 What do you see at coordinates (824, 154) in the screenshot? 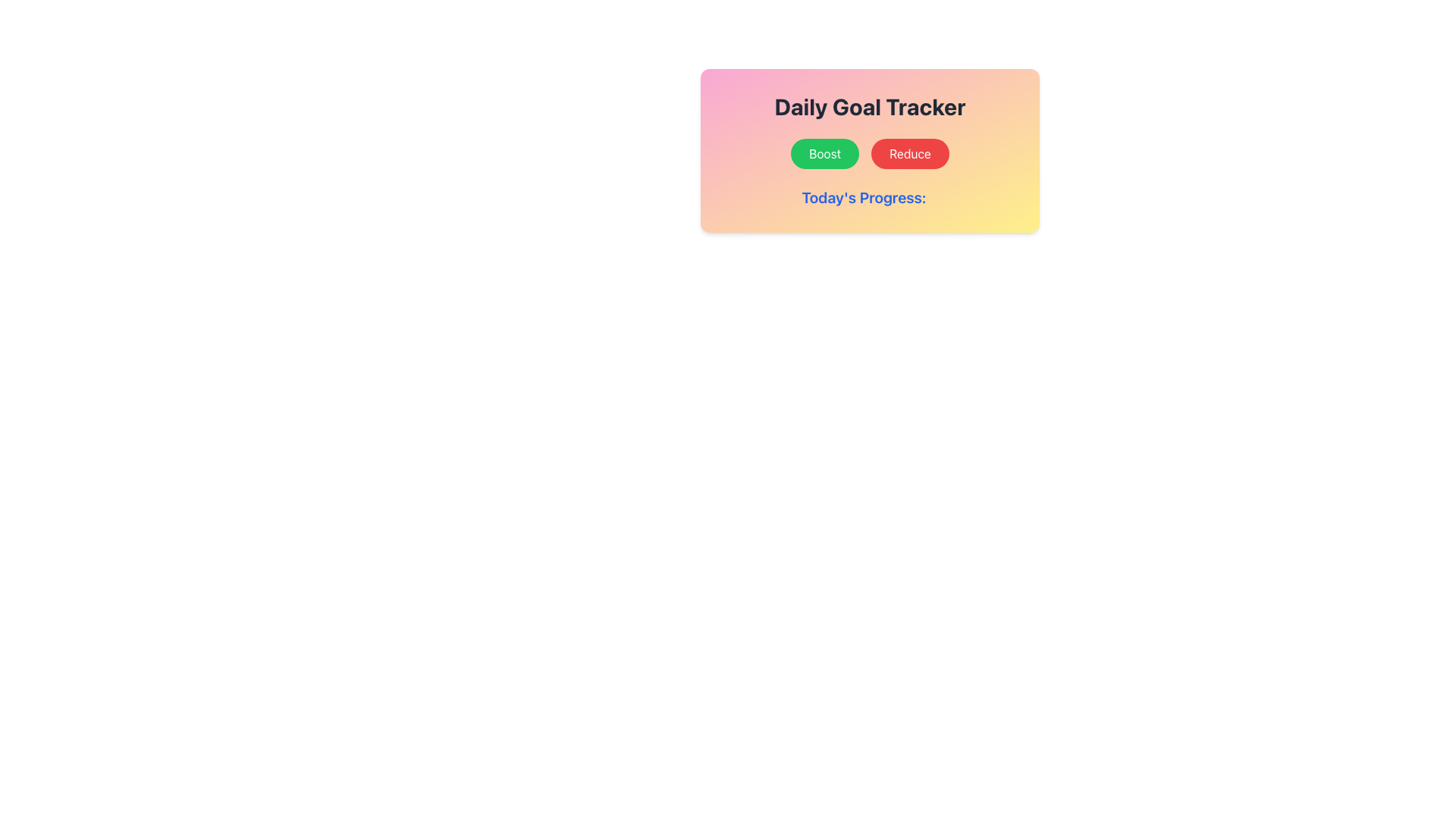
I see `the interactive button designed to increase or boost a value, located under 'Daily Goal Tracker' and above 'Today's Progress:'` at bounding box center [824, 154].